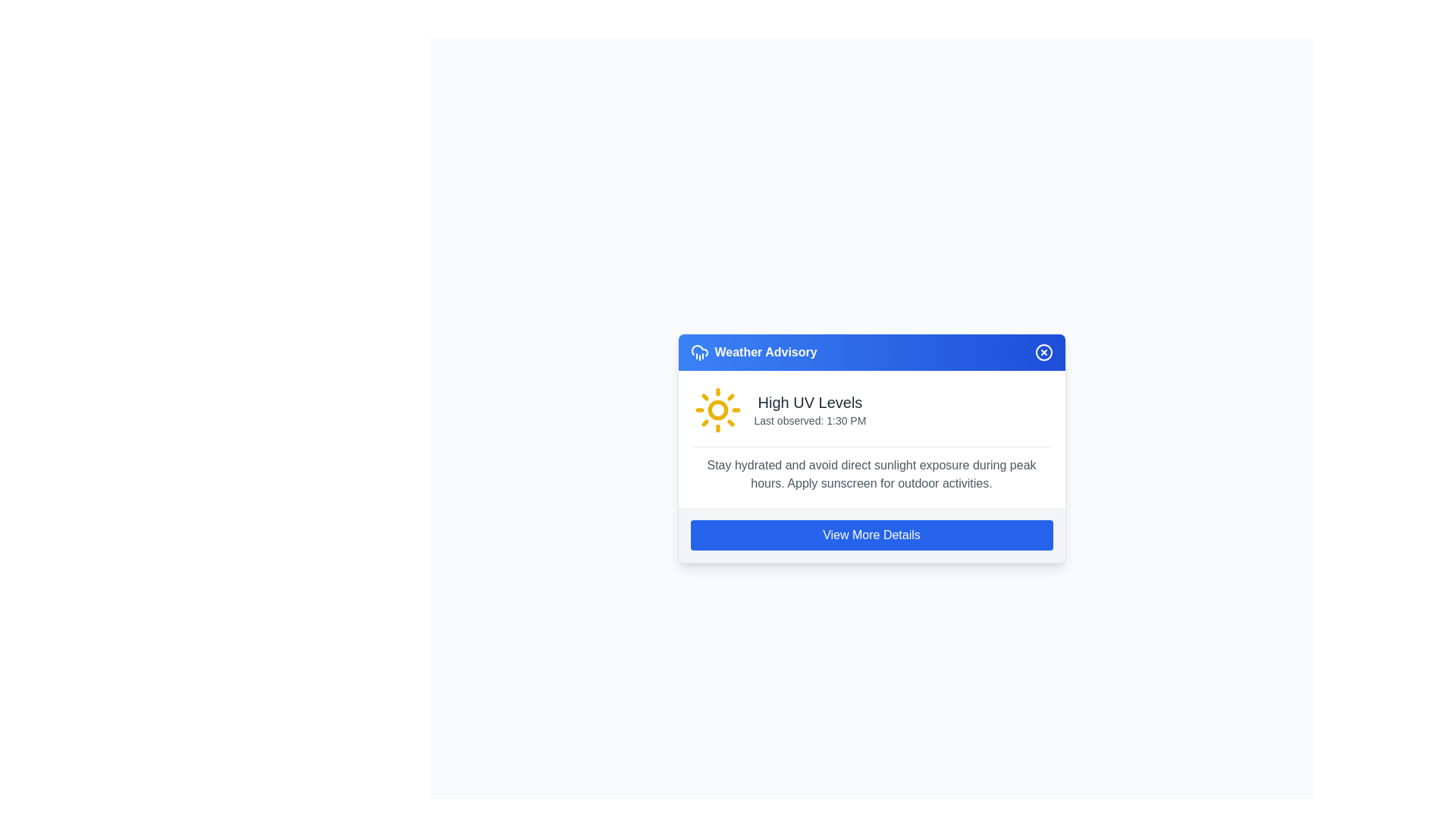 This screenshot has width=1456, height=819. Describe the element at coordinates (1043, 352) in the screenshot. I see `the circular button with an 'X' icon, styled with a blue background, located at the top-right corner of the 'Weather Advisory' notification` at that location.